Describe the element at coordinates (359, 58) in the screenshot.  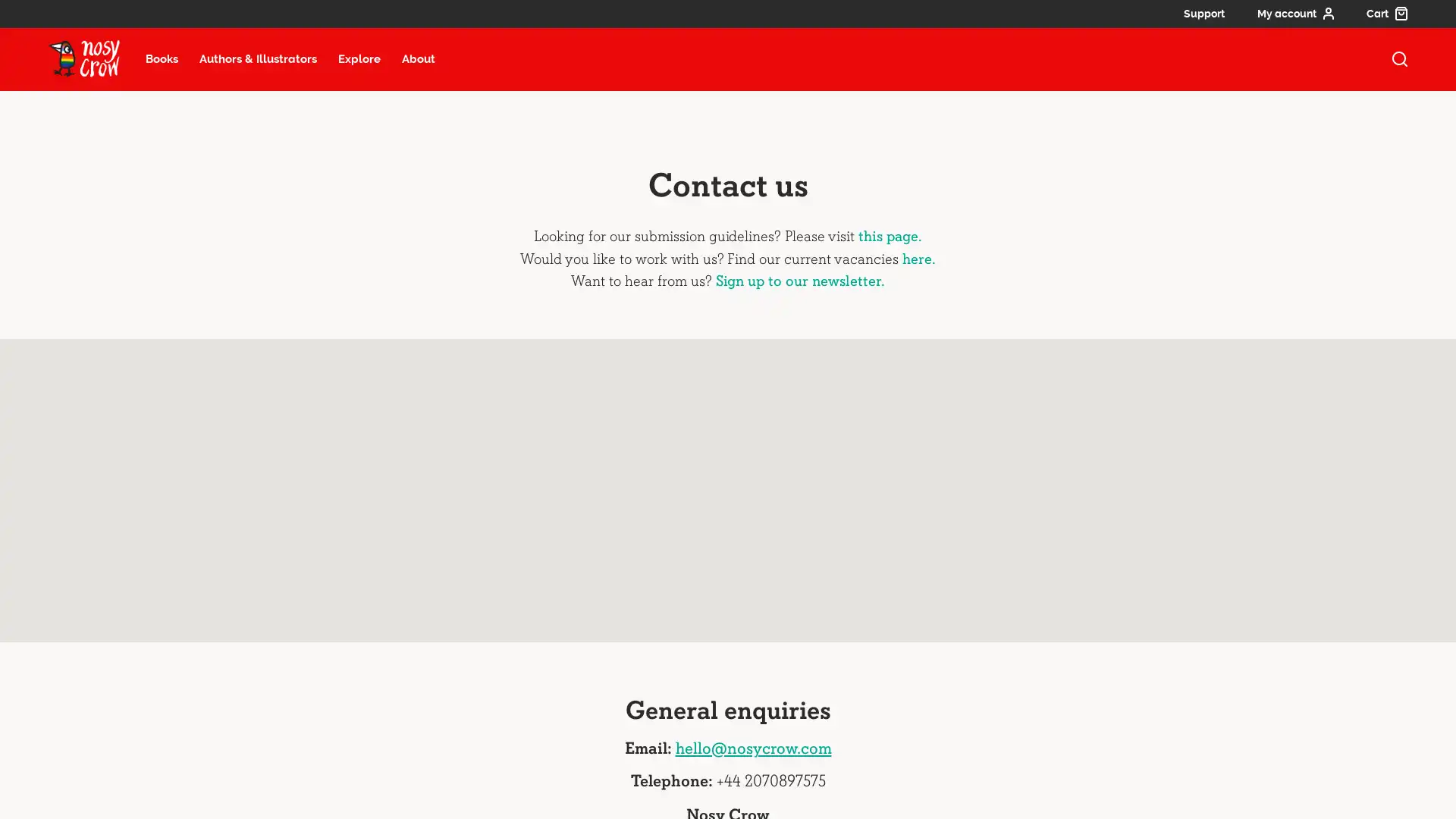
I see `Explore menu item, select to open explore submenu (6 items)` at that location.